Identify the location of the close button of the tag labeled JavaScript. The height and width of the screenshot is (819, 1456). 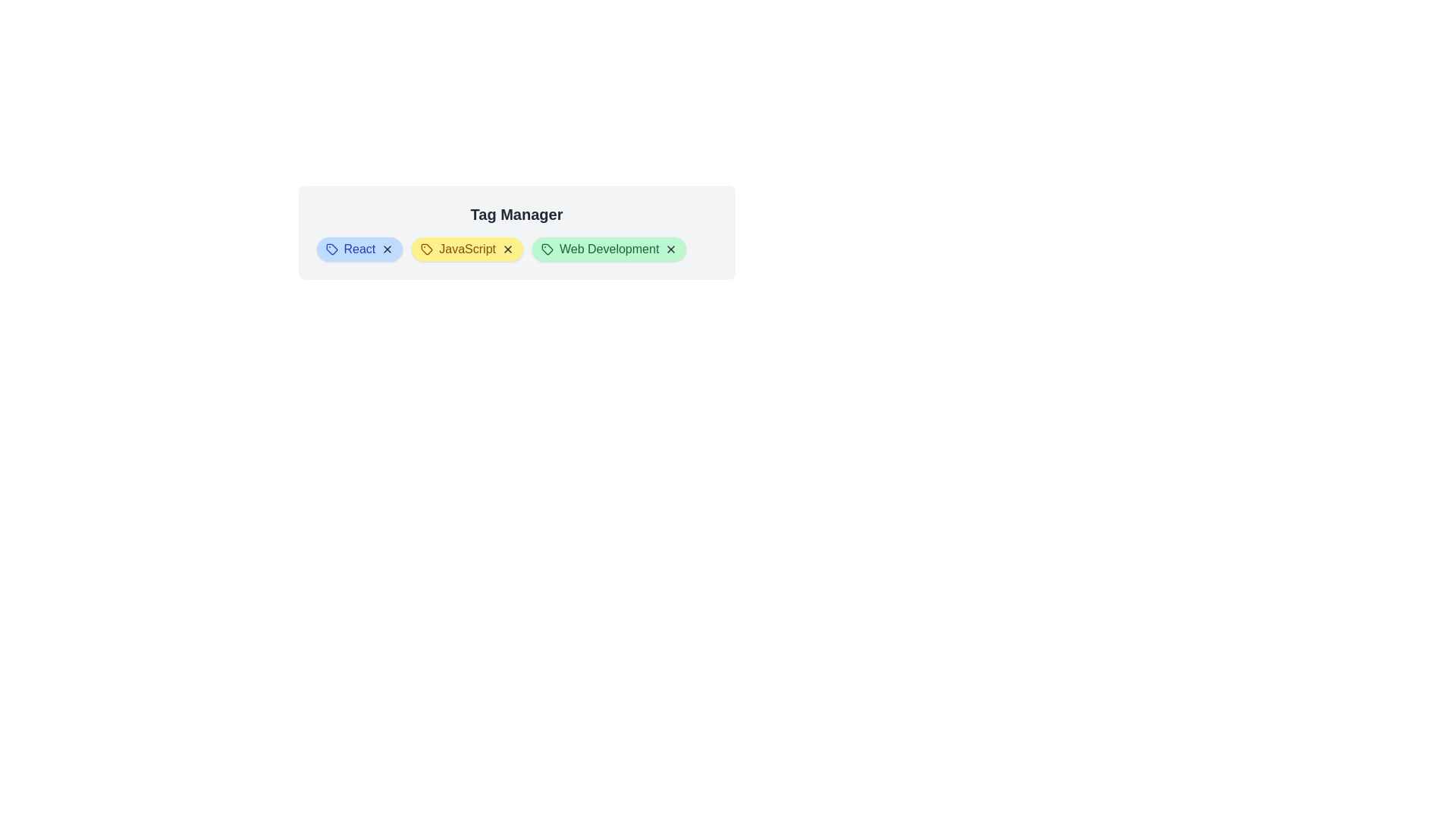
(508, 248).